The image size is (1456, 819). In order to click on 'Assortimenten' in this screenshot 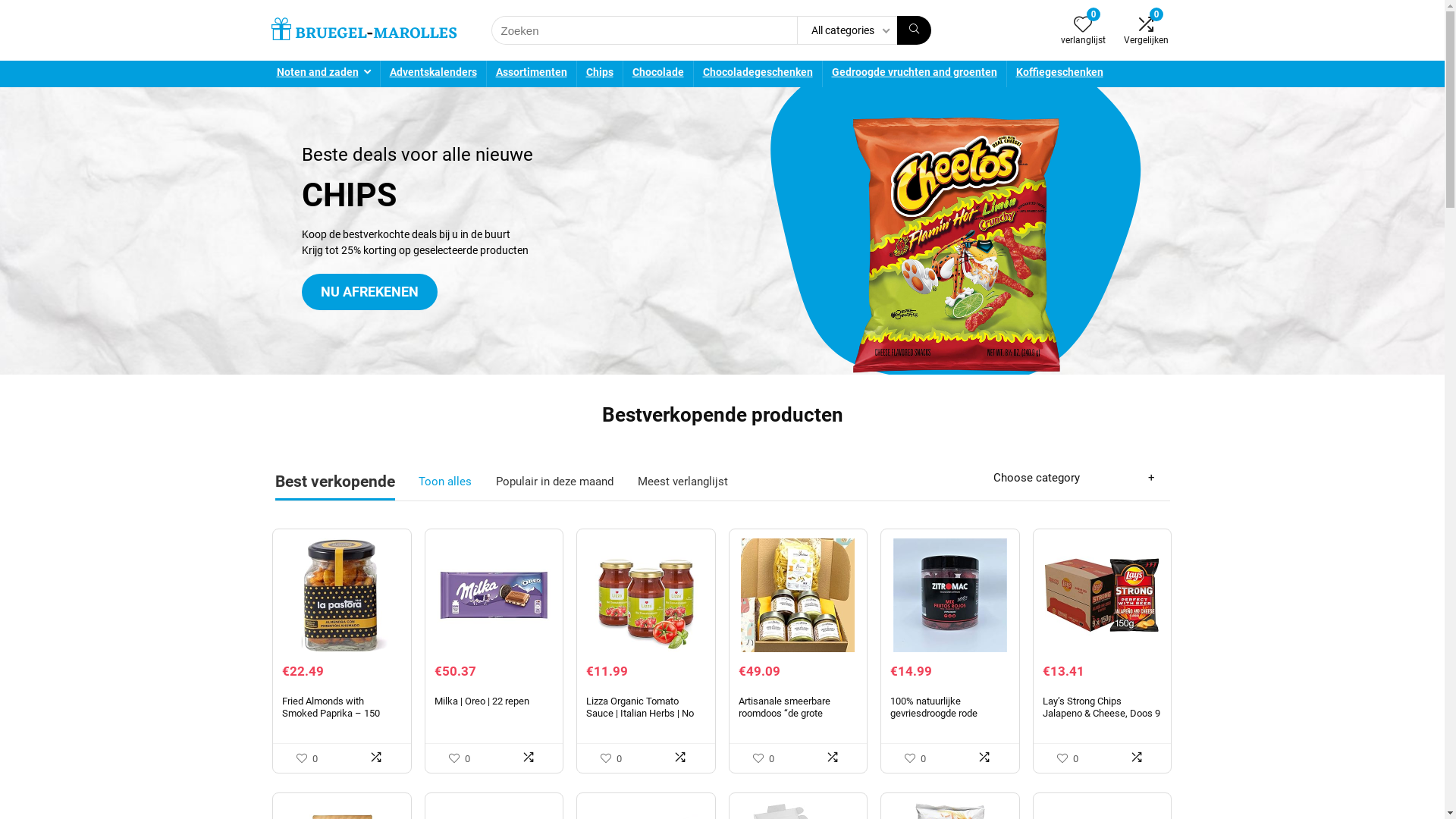, I will do `click(531, 74)`.